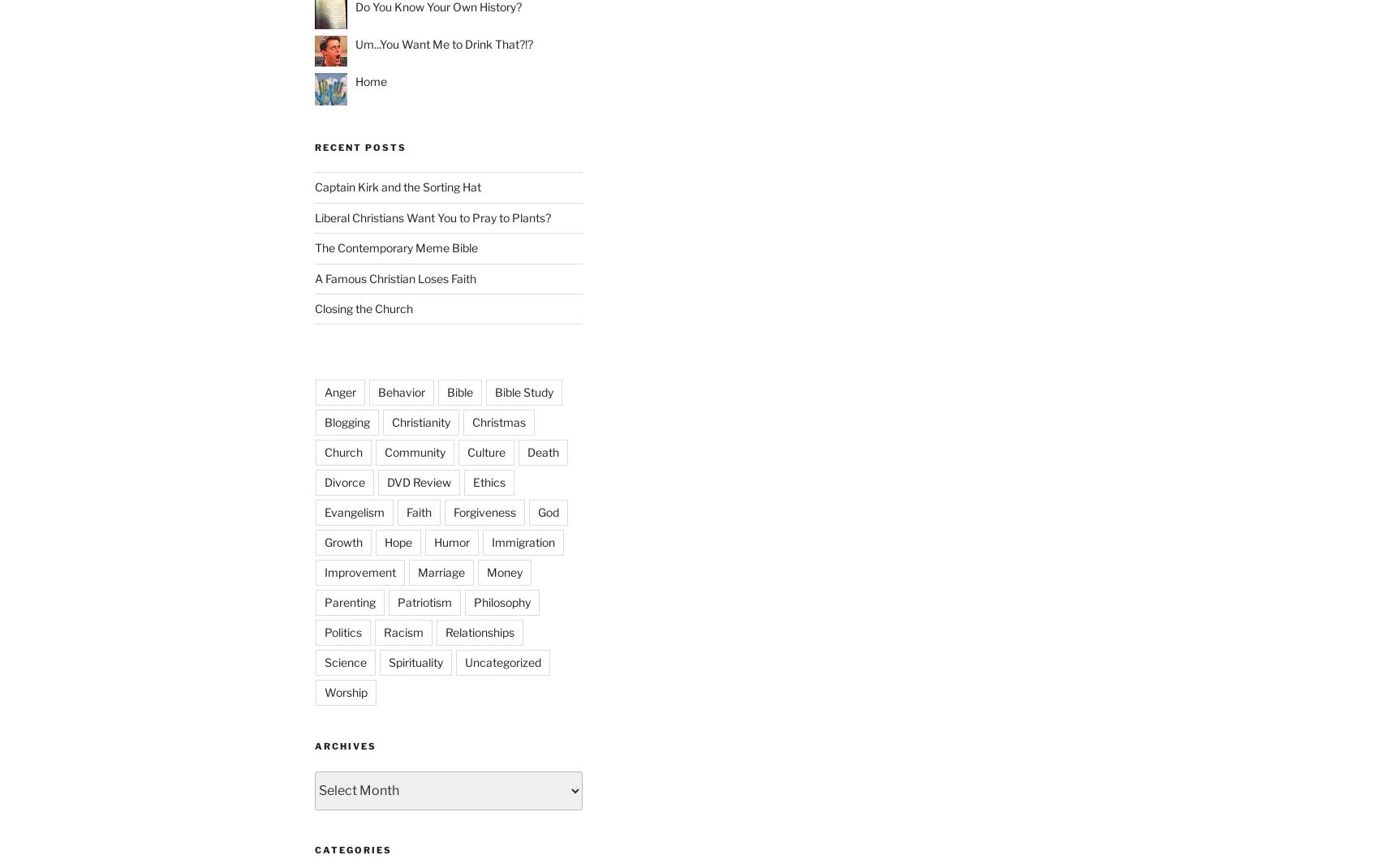 Image resolution: width=1373 pixels, height=868 pixels. What do you see at coordinates (340, 392) in the screenshot?
I see `'Anger'` at bounding box center [340, 392].